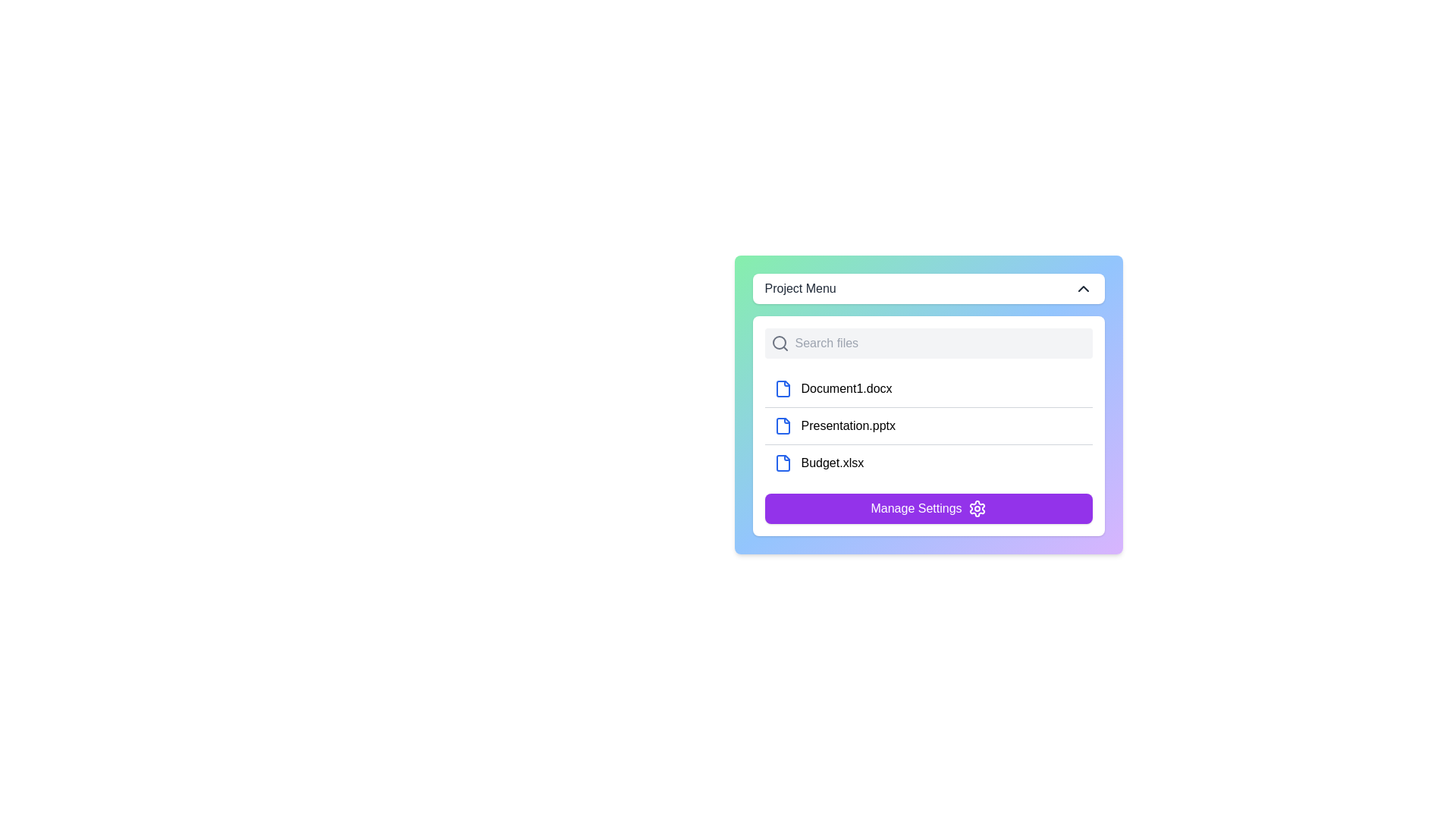  Describe the element at coordinates (927, 425) in the screenshot. I see `the 'Presentation.pptx' file listed as the second item` at that location.